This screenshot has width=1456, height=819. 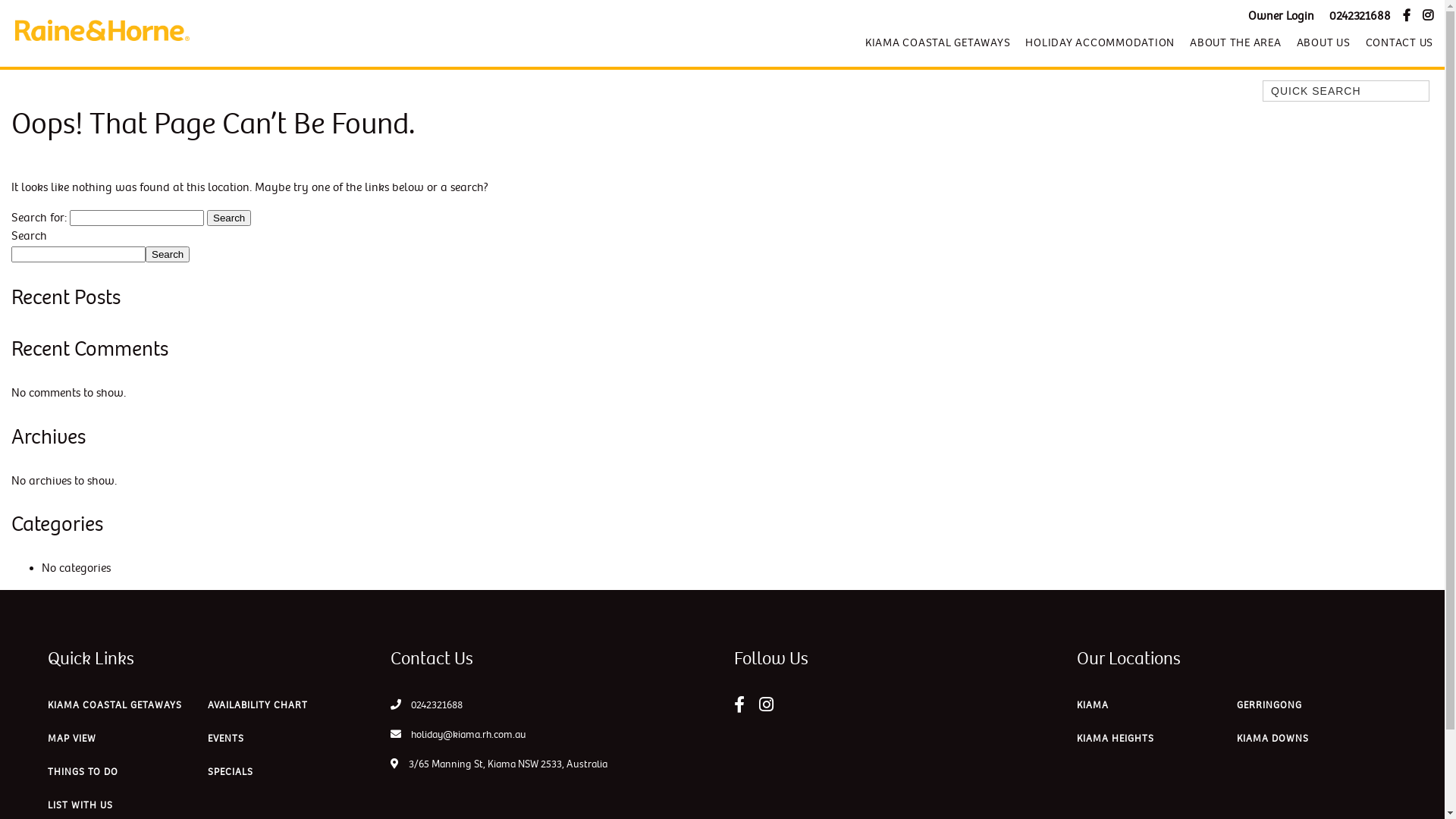 What do you see at coordinates (71, 742) in the screenshot?
I see `'MAP VIEW'` at bounding box center [71, 742].